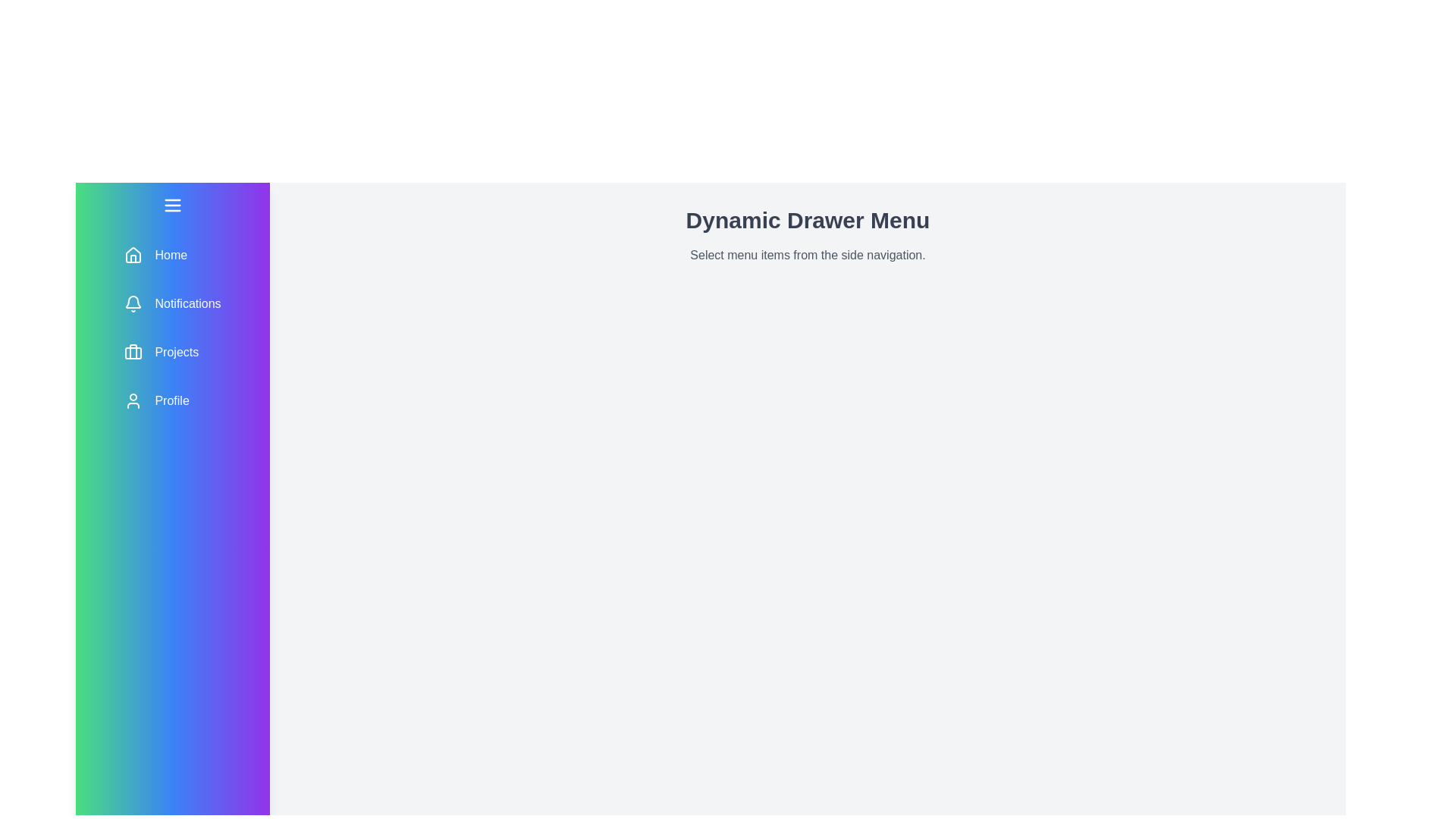 This screenshot has width=1456, height=819. Describe the element at coordinates (807, 591) in the screenshot. I see `the main content area labeled 'Dynamic Drawer Menu'` at that location.